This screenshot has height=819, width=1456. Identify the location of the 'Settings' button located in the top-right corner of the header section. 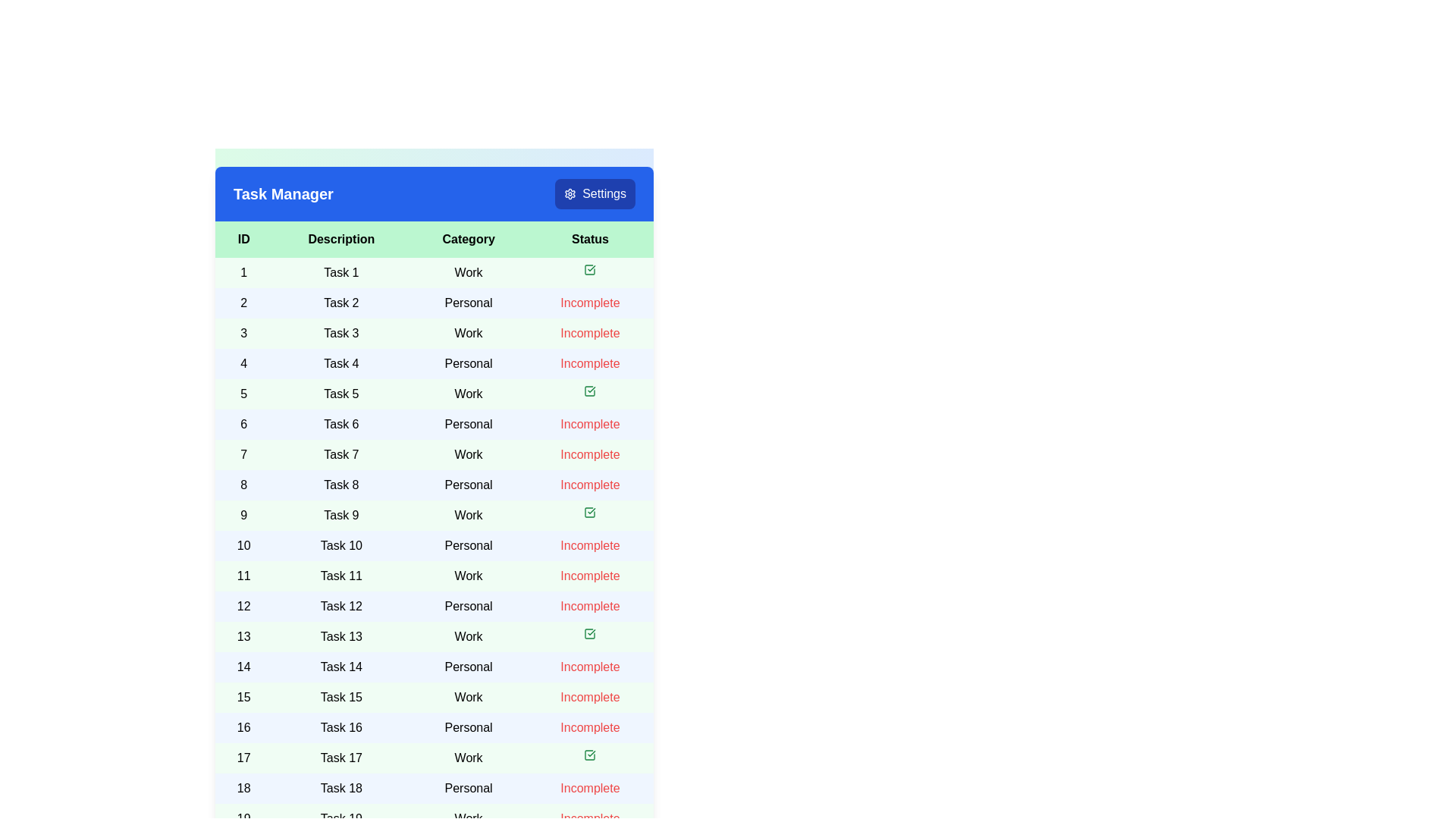
(595, 193).